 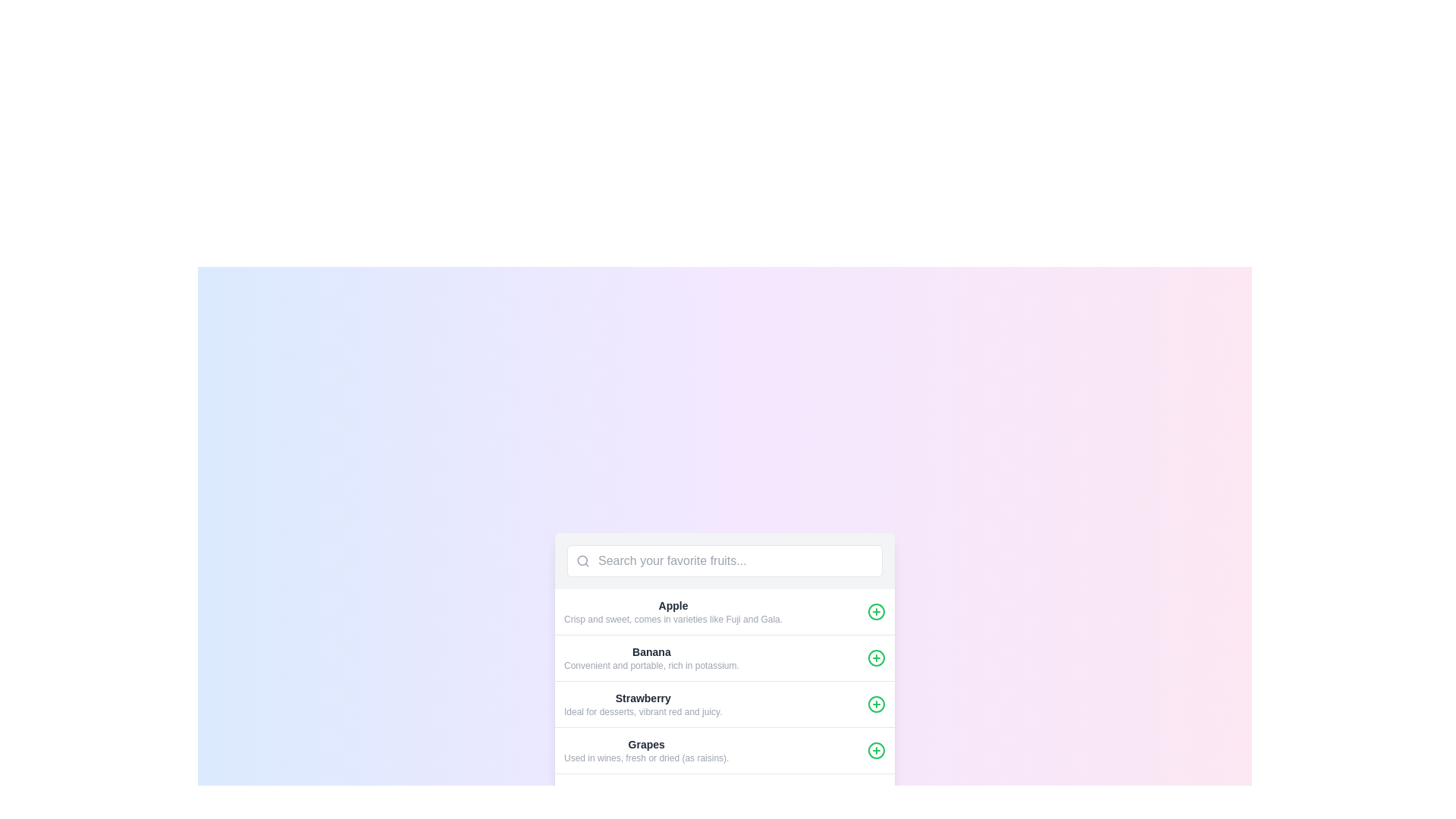 What do you see at coordinates (723, 561) in the screenshot?
I see `the search input field that features a magnifying glass icon and the placeholder text 'Search your favorite fruits...'` at bounding box center [723, 561].